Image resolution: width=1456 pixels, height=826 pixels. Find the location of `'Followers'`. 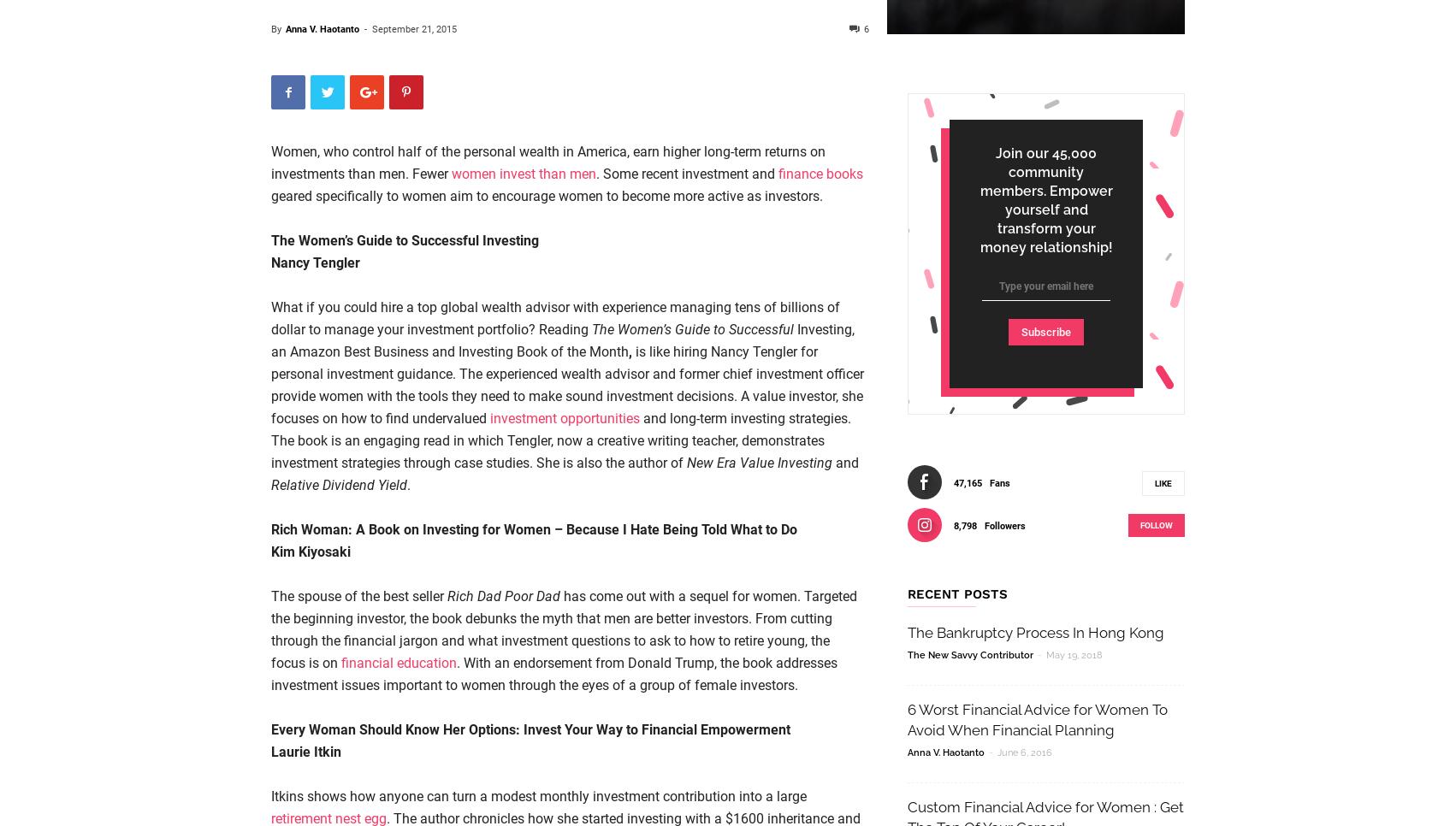

'Followers' is located at coordinates (1005, 526).